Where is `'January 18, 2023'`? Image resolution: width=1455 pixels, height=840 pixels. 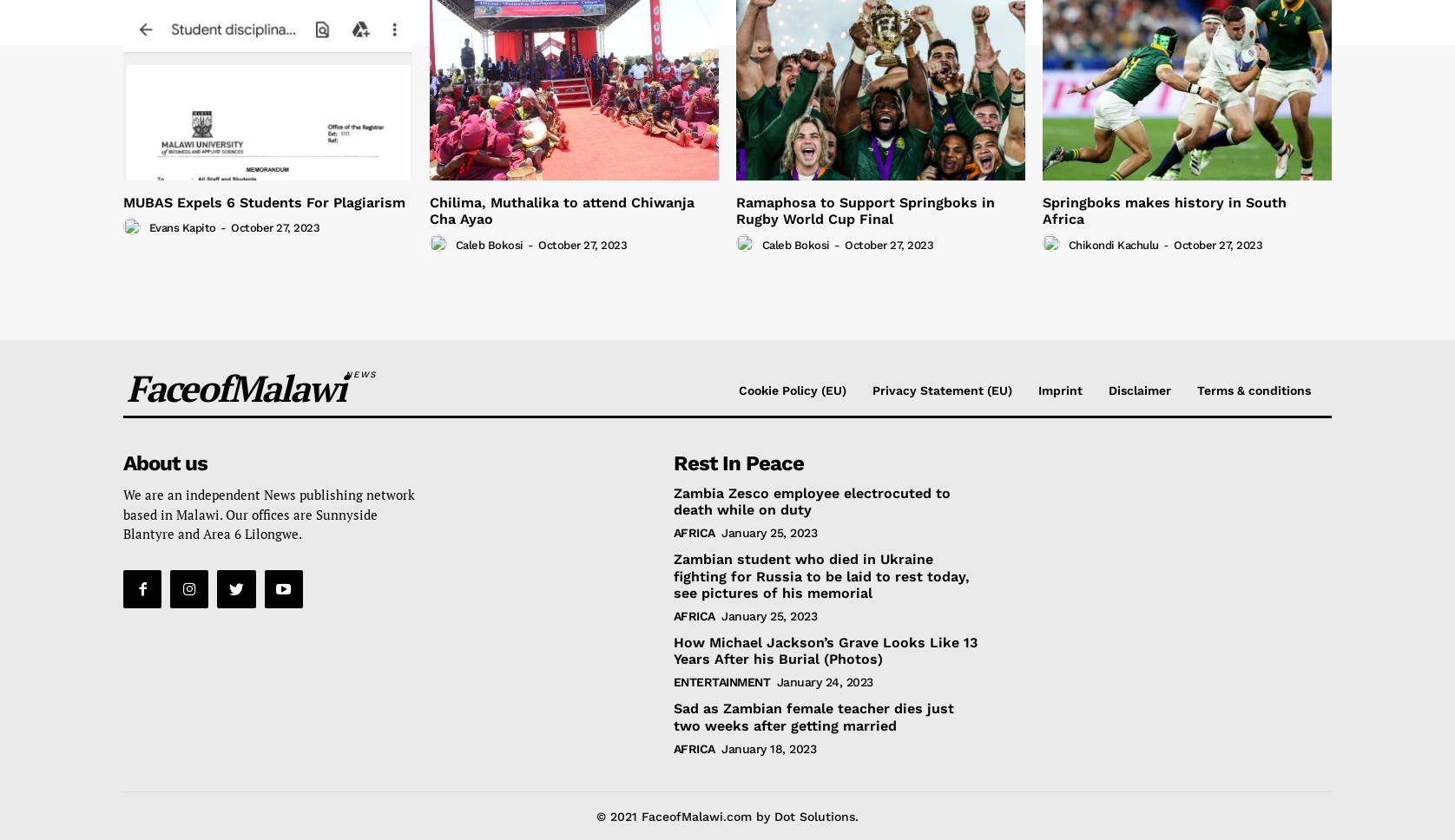 'January 18, 2023' is located at coordinates (768, 747).